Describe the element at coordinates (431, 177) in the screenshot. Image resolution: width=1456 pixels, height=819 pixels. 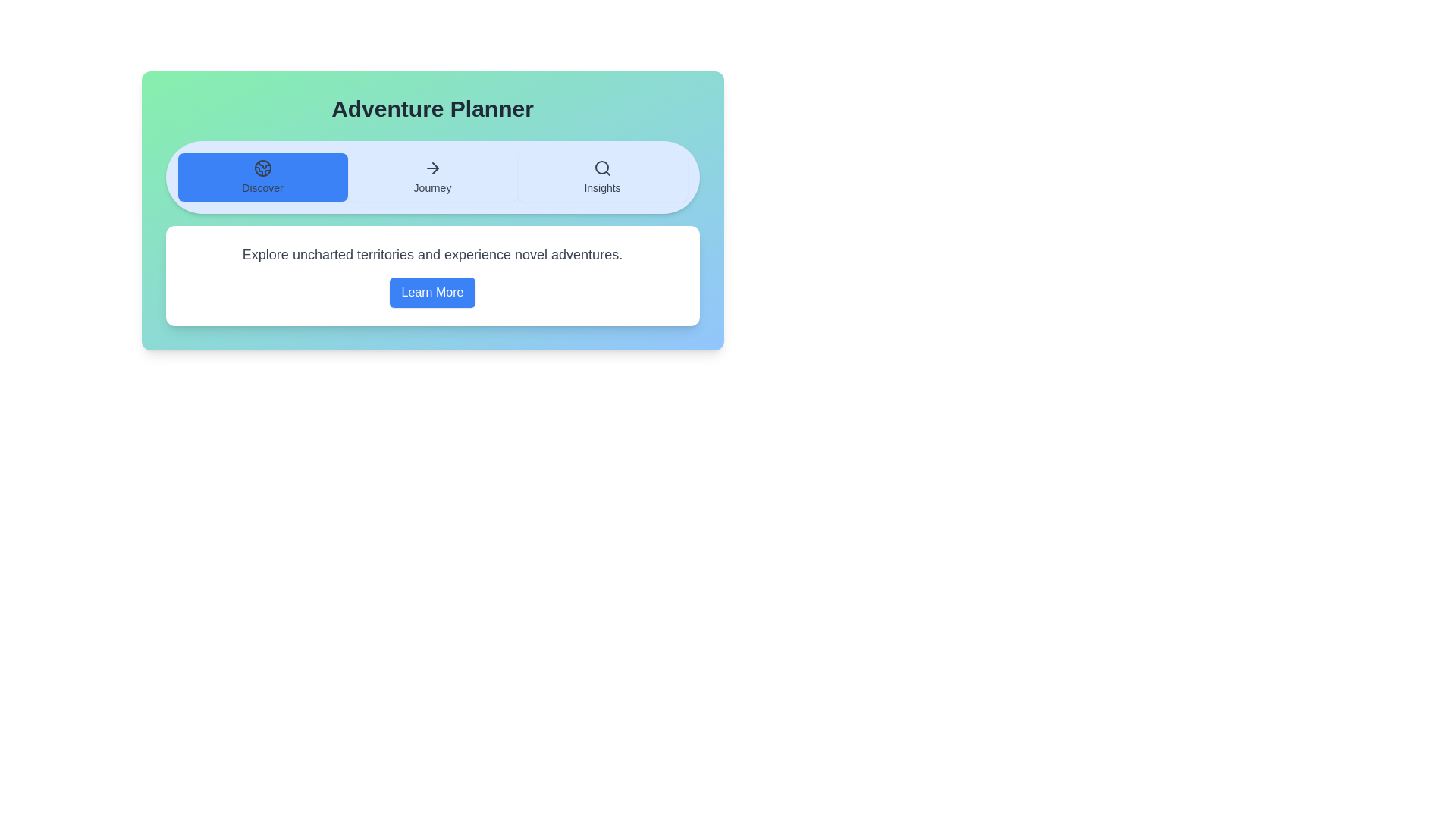
I see `the Tab Button labeled 'Journey' which is a rectangular button with a light background and dark outline, positioned between the 'Discover' and 'Insights' buttons` at that location.